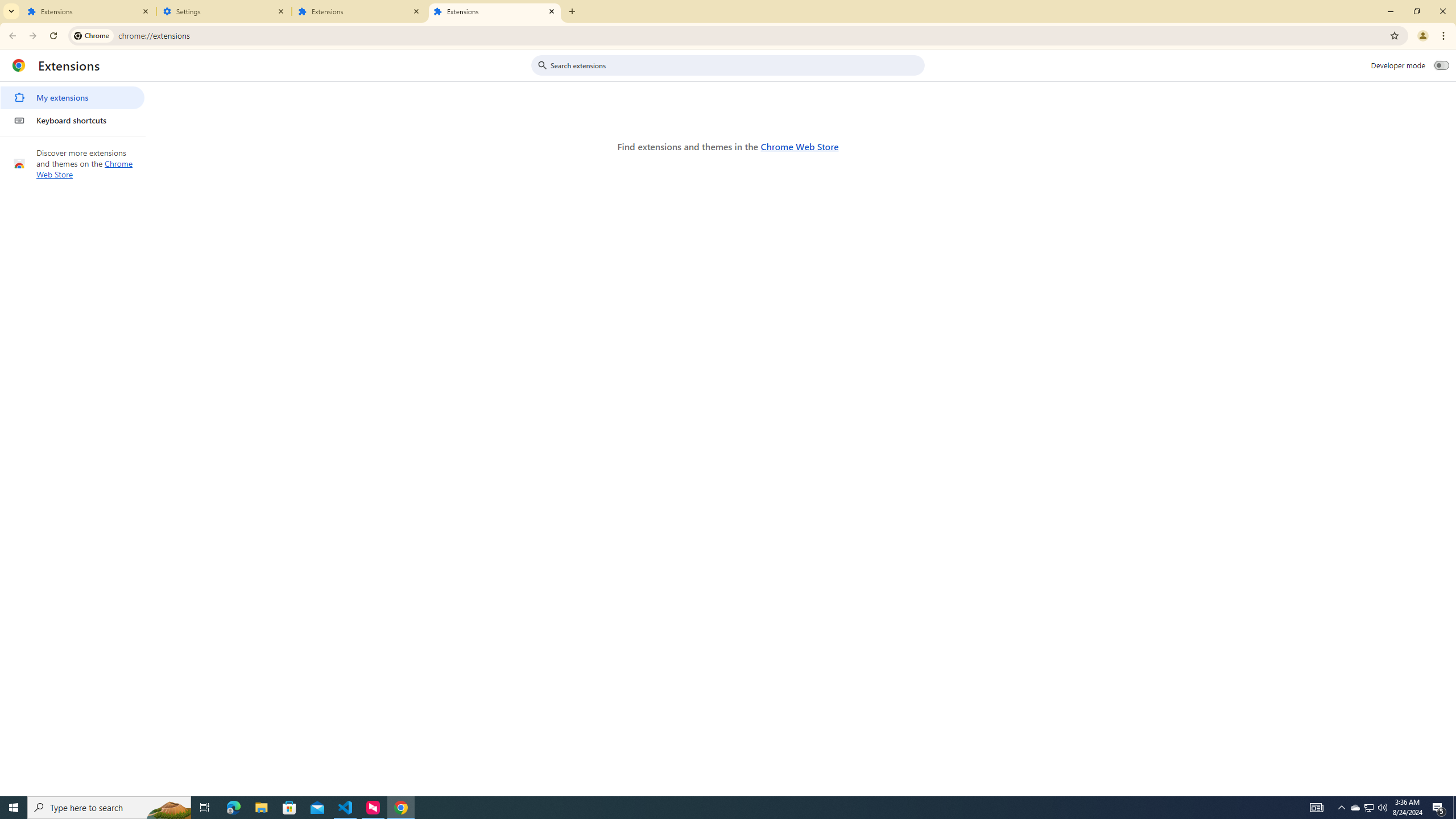 Image resolution: width=1456 pixels, height=819 pixels. Describe the element at coordinates (799, 146) in the screenshot. I see `'Chrome Web Store'` at that location.